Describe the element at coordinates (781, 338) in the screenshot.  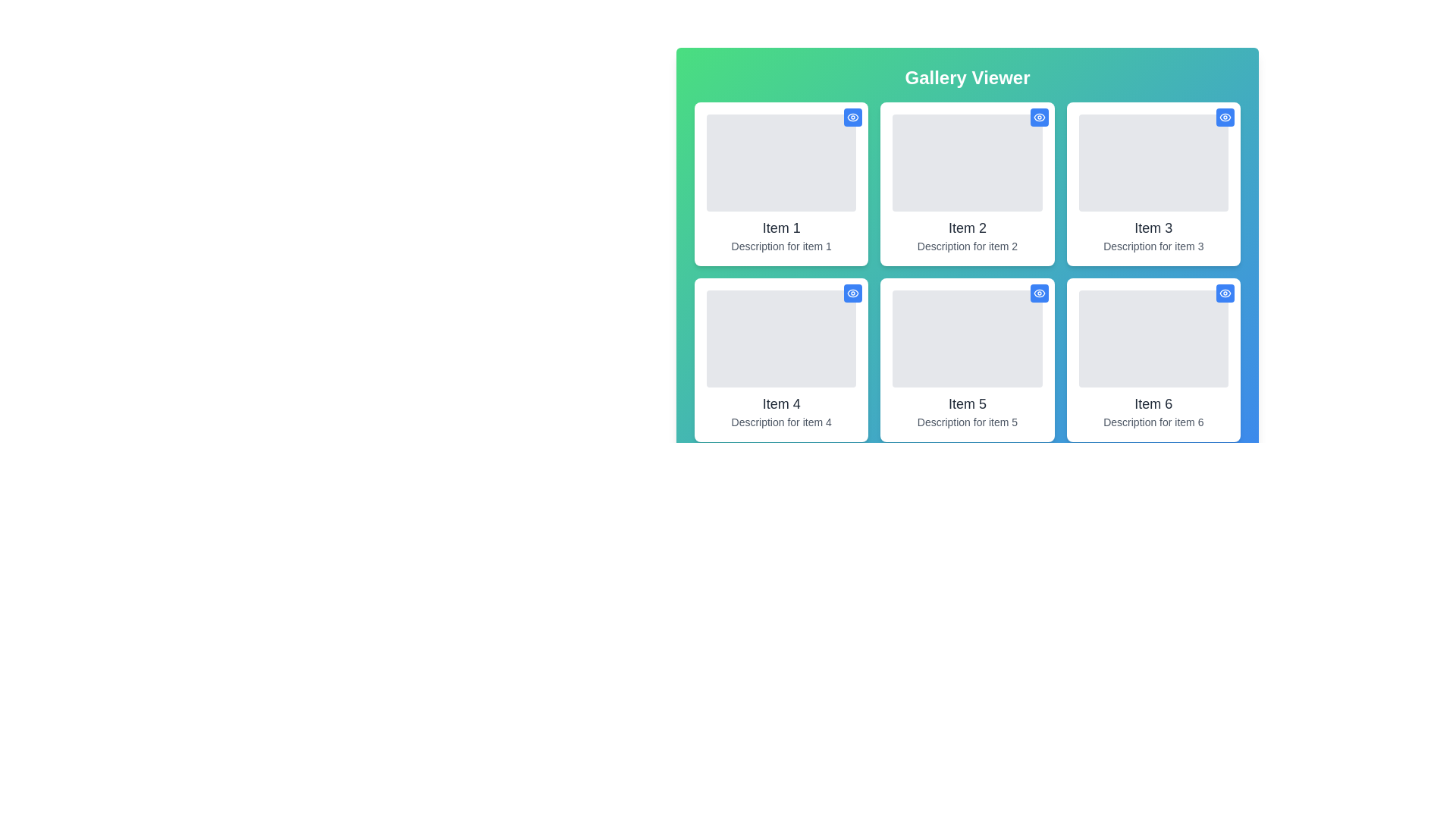
I see `the Image Placeholder, which is a rectangular box with rounded corners and a light gray background, located at the top of the card titled 'Item 4'` at that location.